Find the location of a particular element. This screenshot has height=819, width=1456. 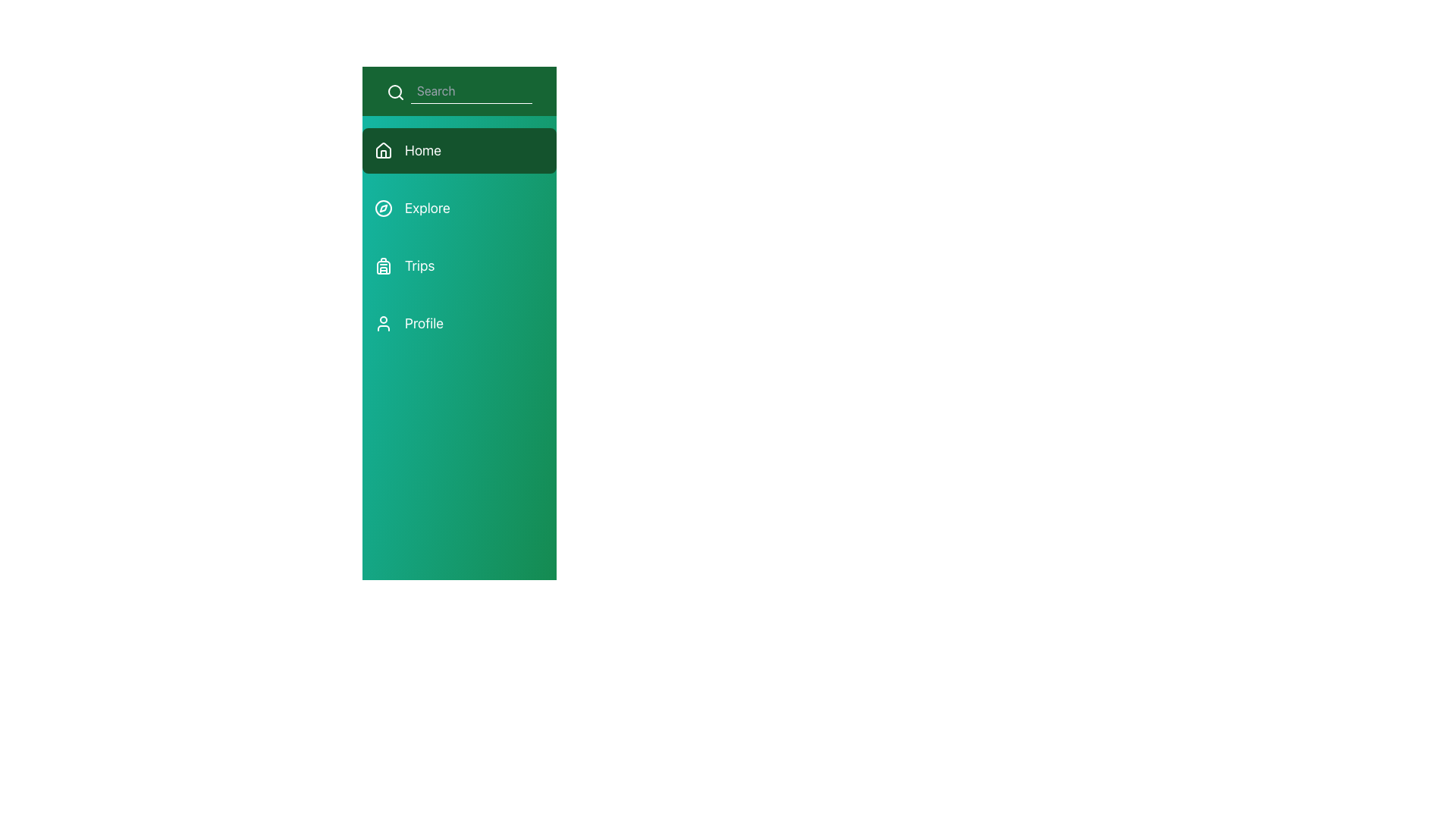

the decorative icon for the 'Trips' section located in the sidebar, third from the top, to the left of the 'Trips' label is located at coordinates (383, 267).